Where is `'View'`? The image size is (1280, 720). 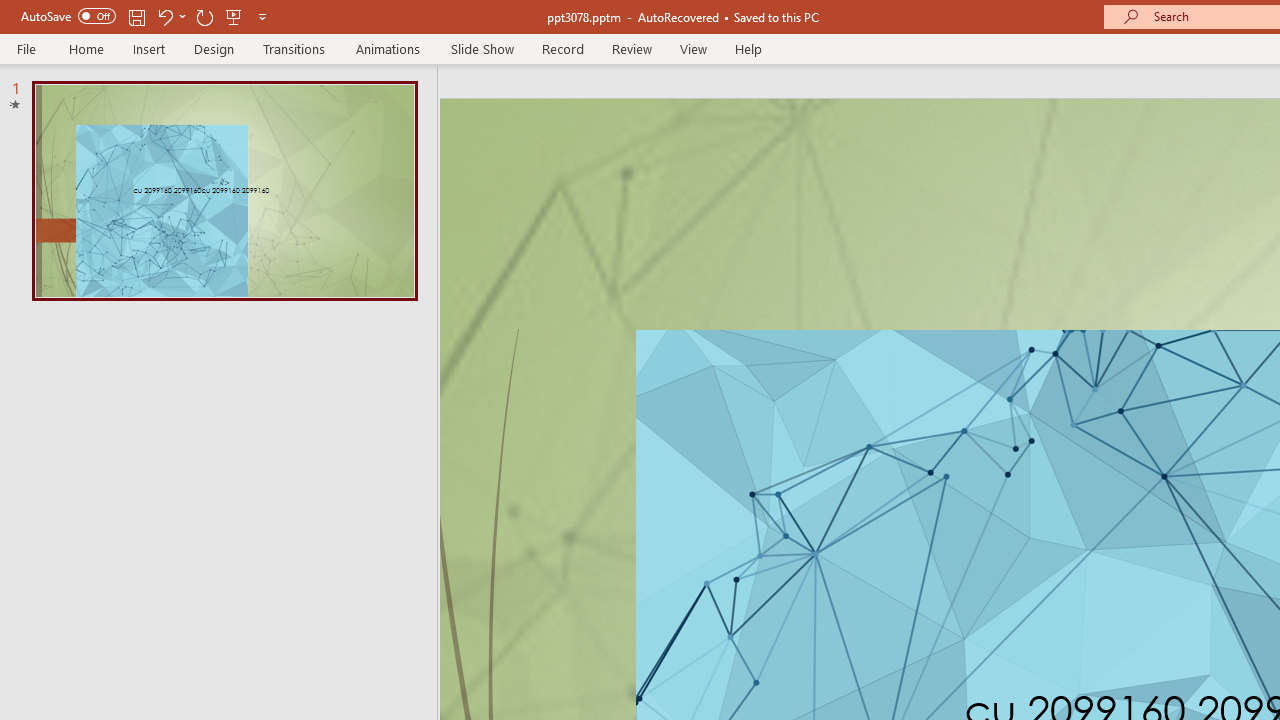
'View' is located at coordinates (693, 48).